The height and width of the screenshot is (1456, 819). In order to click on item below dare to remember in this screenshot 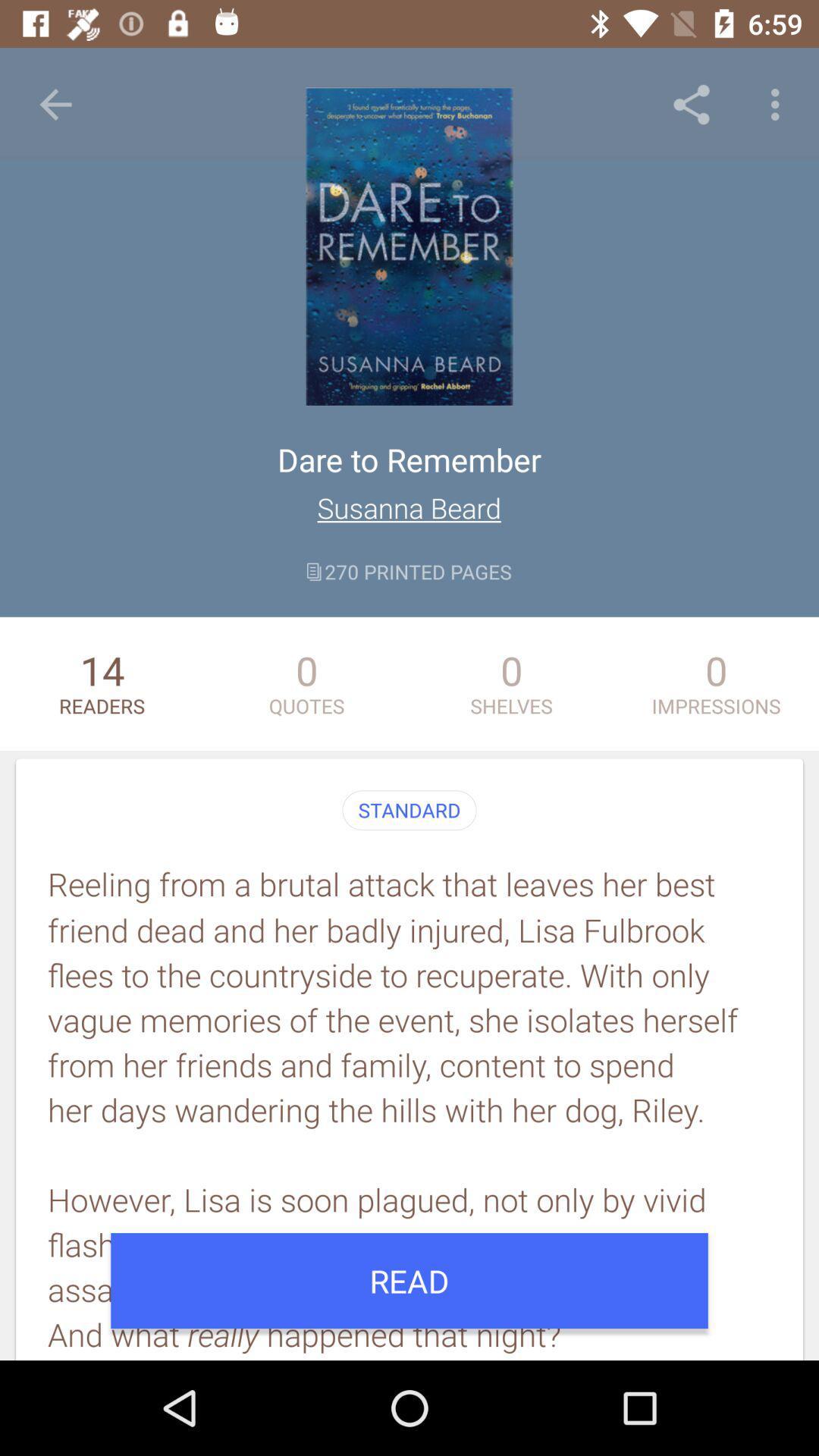, I will do `click(408, 507)`.